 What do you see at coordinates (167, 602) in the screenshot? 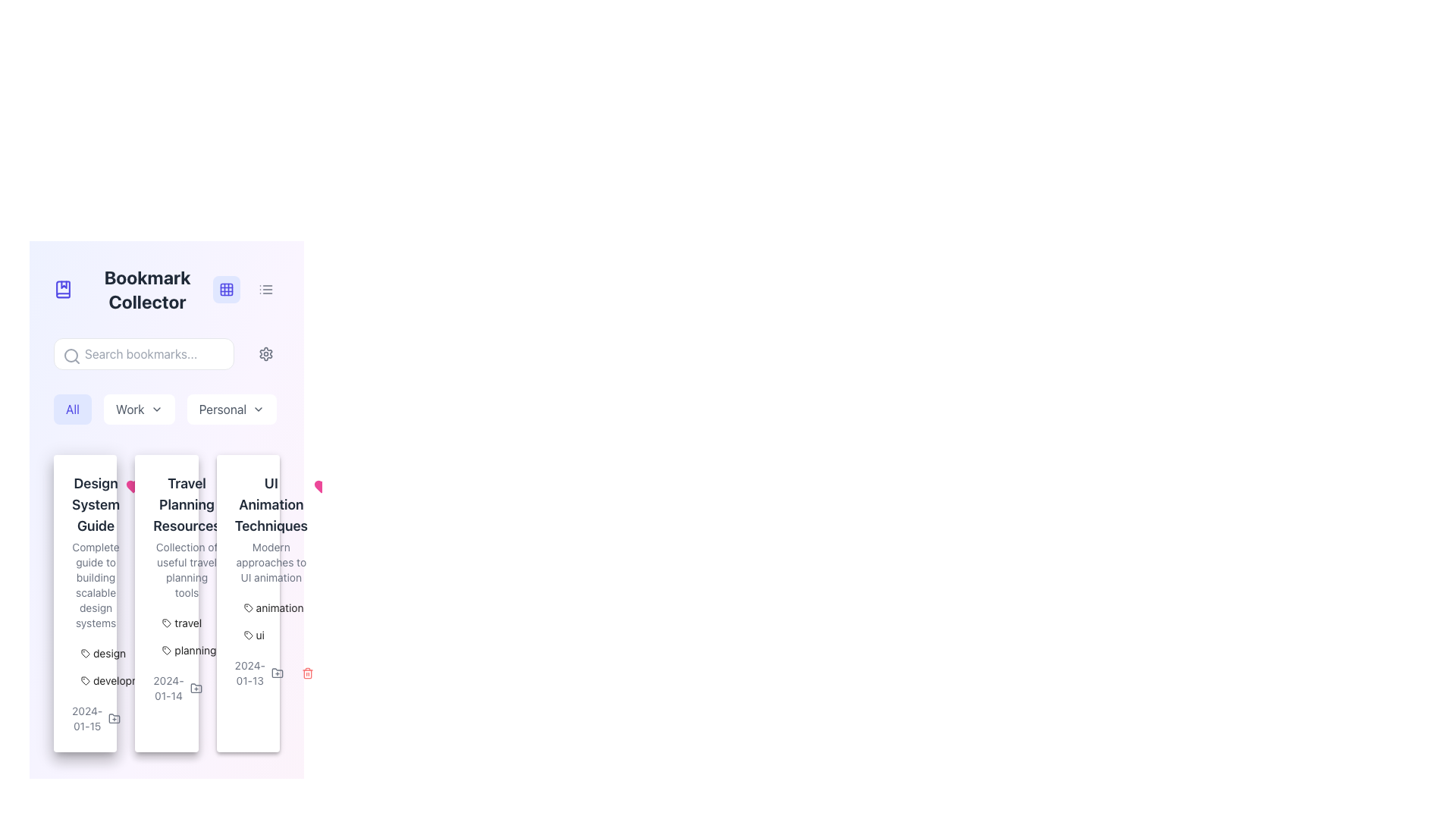
I see `the tags in the 'Travel Planning Resources' card` at bounding box center [167, 602].